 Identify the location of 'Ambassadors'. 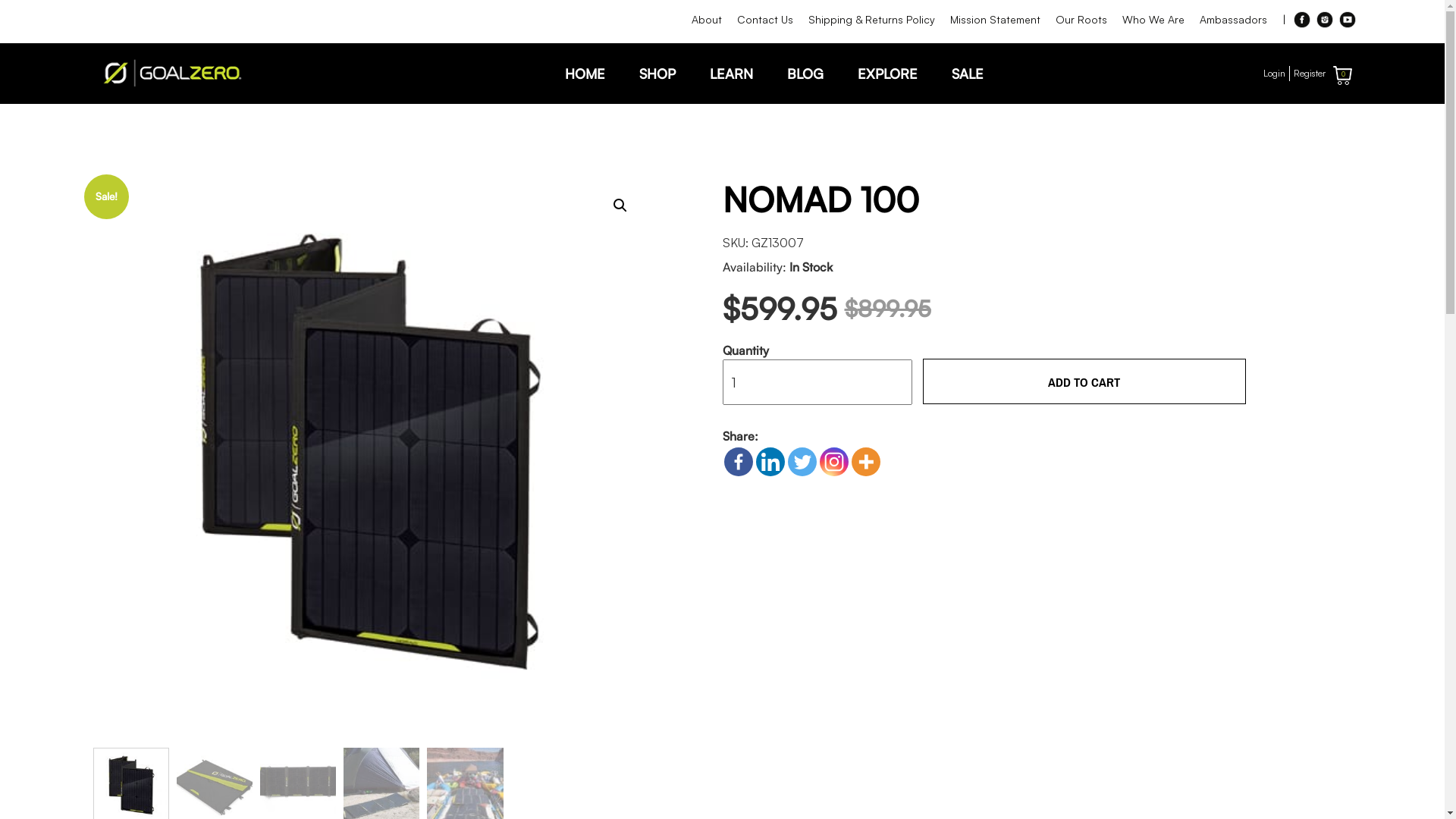
(1233, 20).